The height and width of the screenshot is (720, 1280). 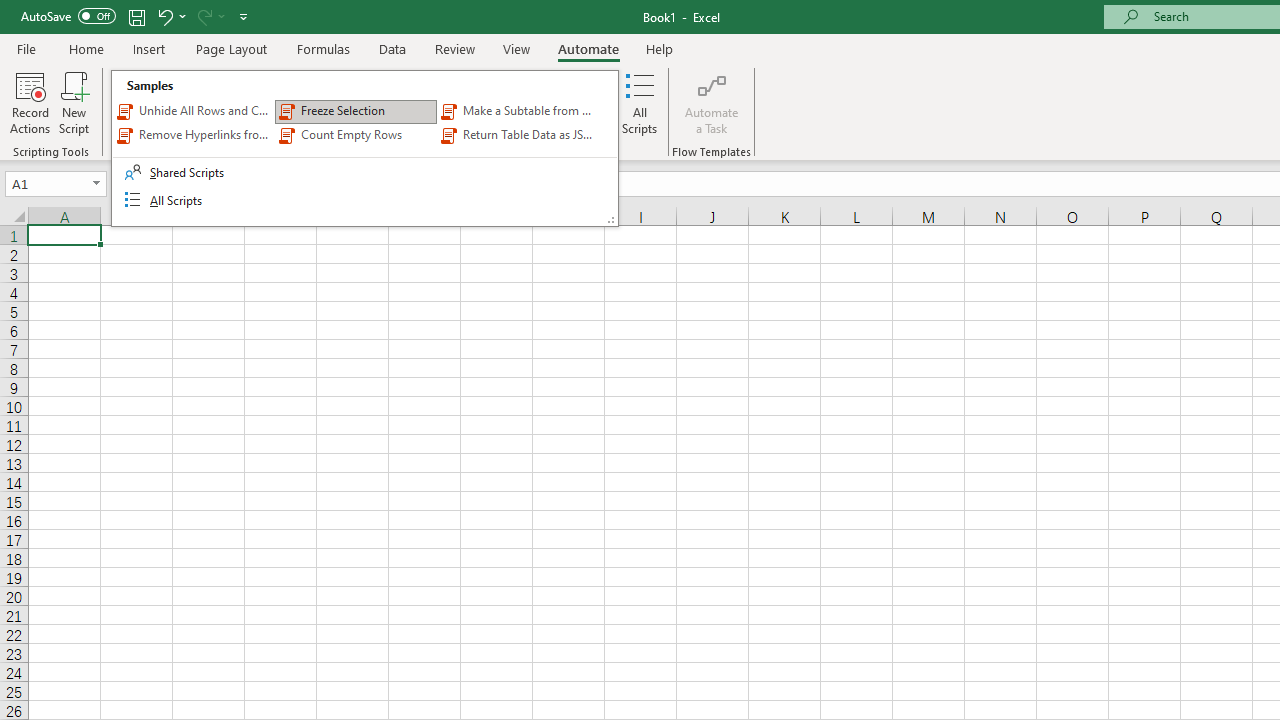 What do you see at coordinates (26, 47) in the screenshot?
I see `'File Tab'` at bounding box center [26, 47].